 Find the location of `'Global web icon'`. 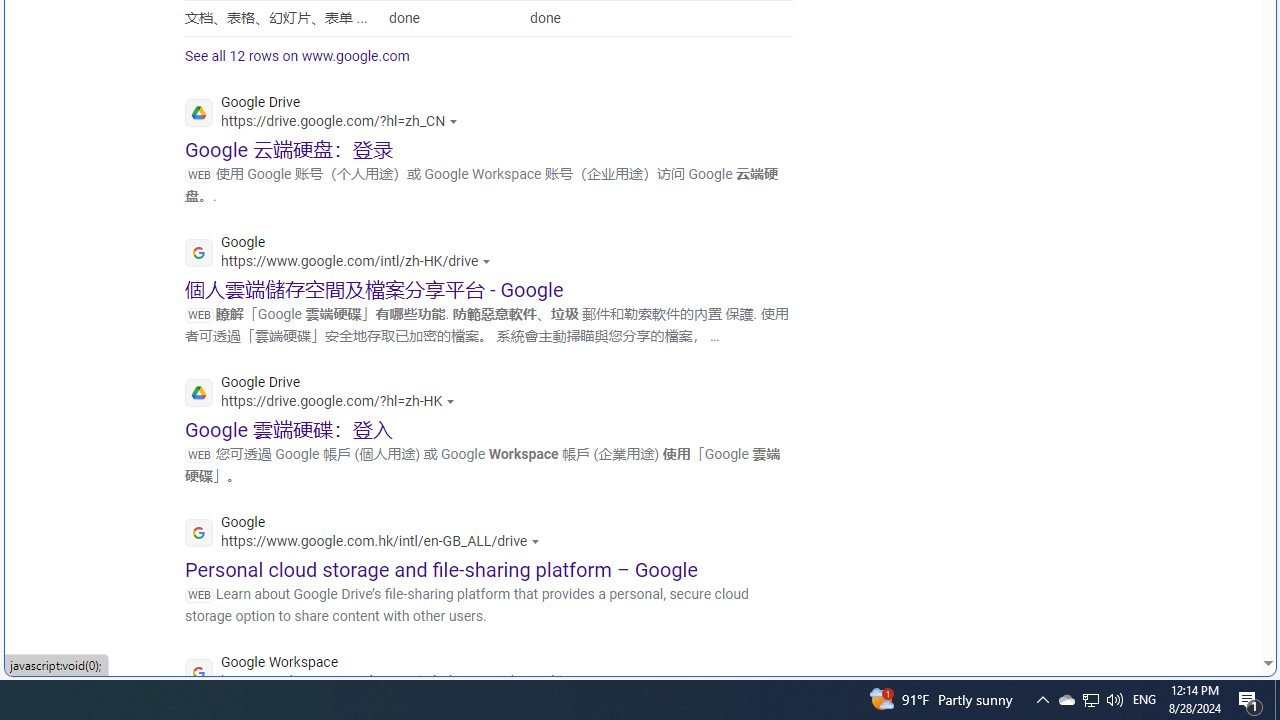

'Global web icon' is located at coordinates (199, 673).